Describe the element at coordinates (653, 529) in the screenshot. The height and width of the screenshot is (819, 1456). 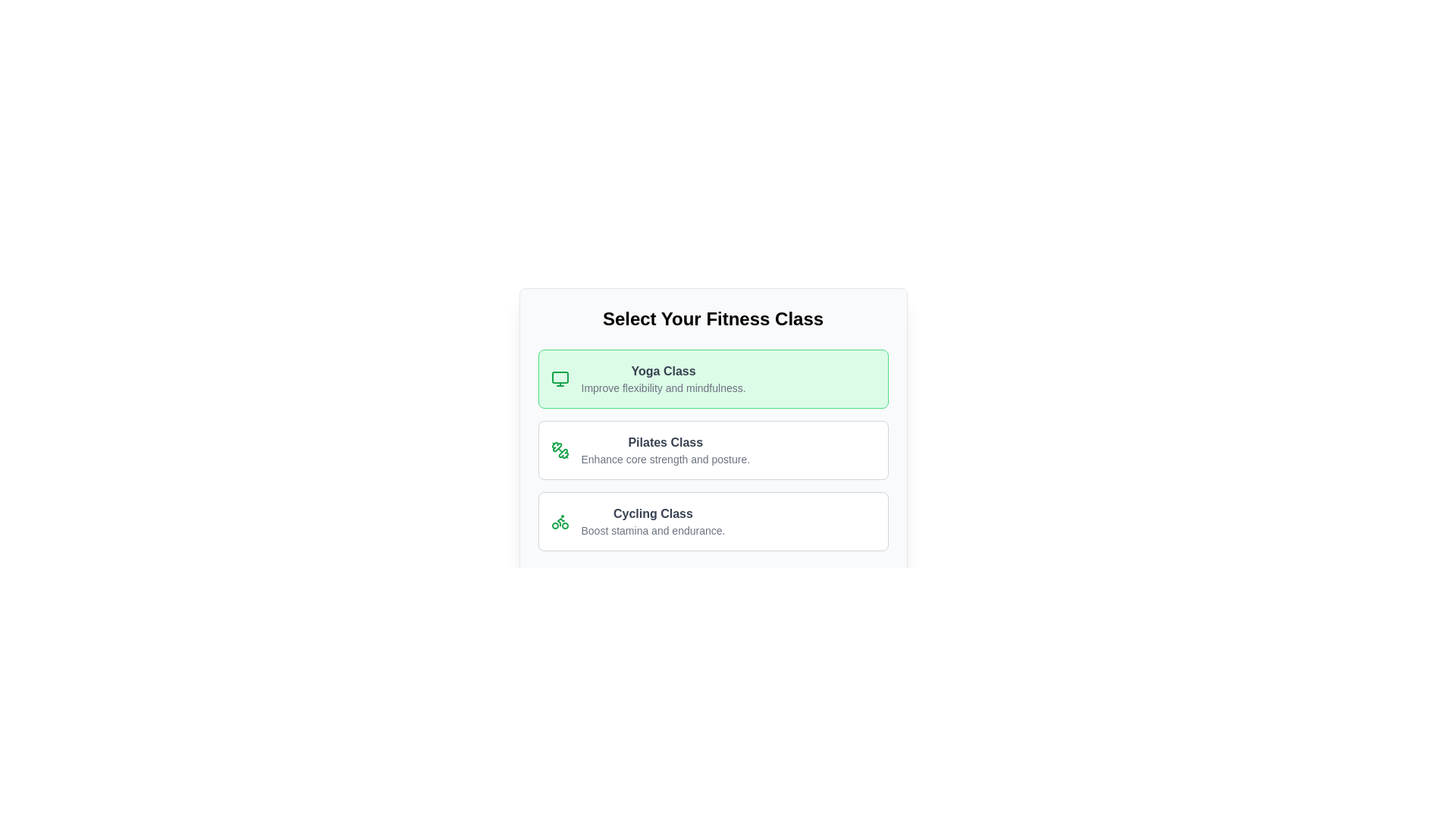
I see `the descriptive text label for the 'Cycling Class' located beneath the section's title in the lower portion of the section` at that location.